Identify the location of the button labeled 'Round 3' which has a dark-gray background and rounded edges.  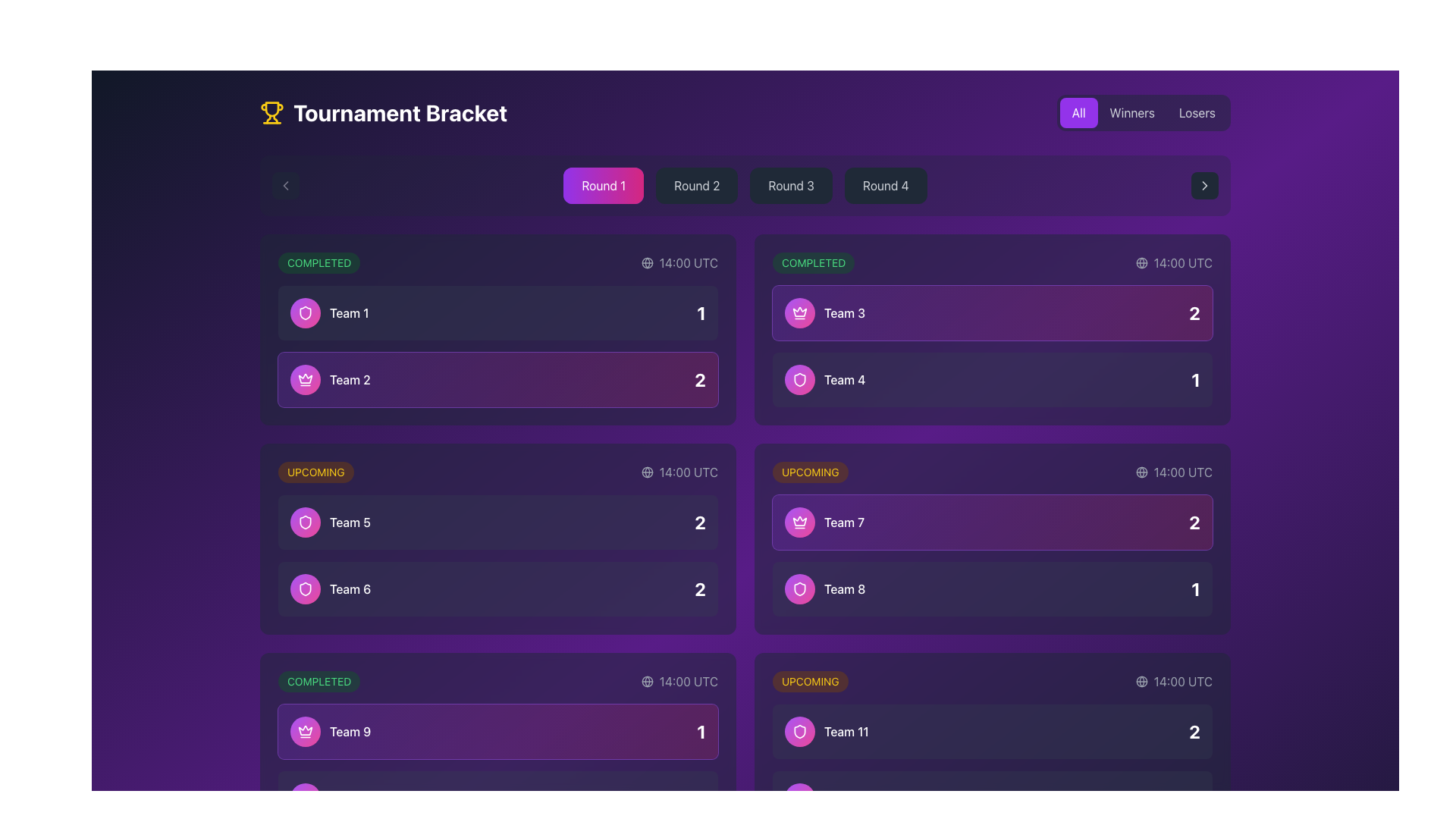
(790, 185).